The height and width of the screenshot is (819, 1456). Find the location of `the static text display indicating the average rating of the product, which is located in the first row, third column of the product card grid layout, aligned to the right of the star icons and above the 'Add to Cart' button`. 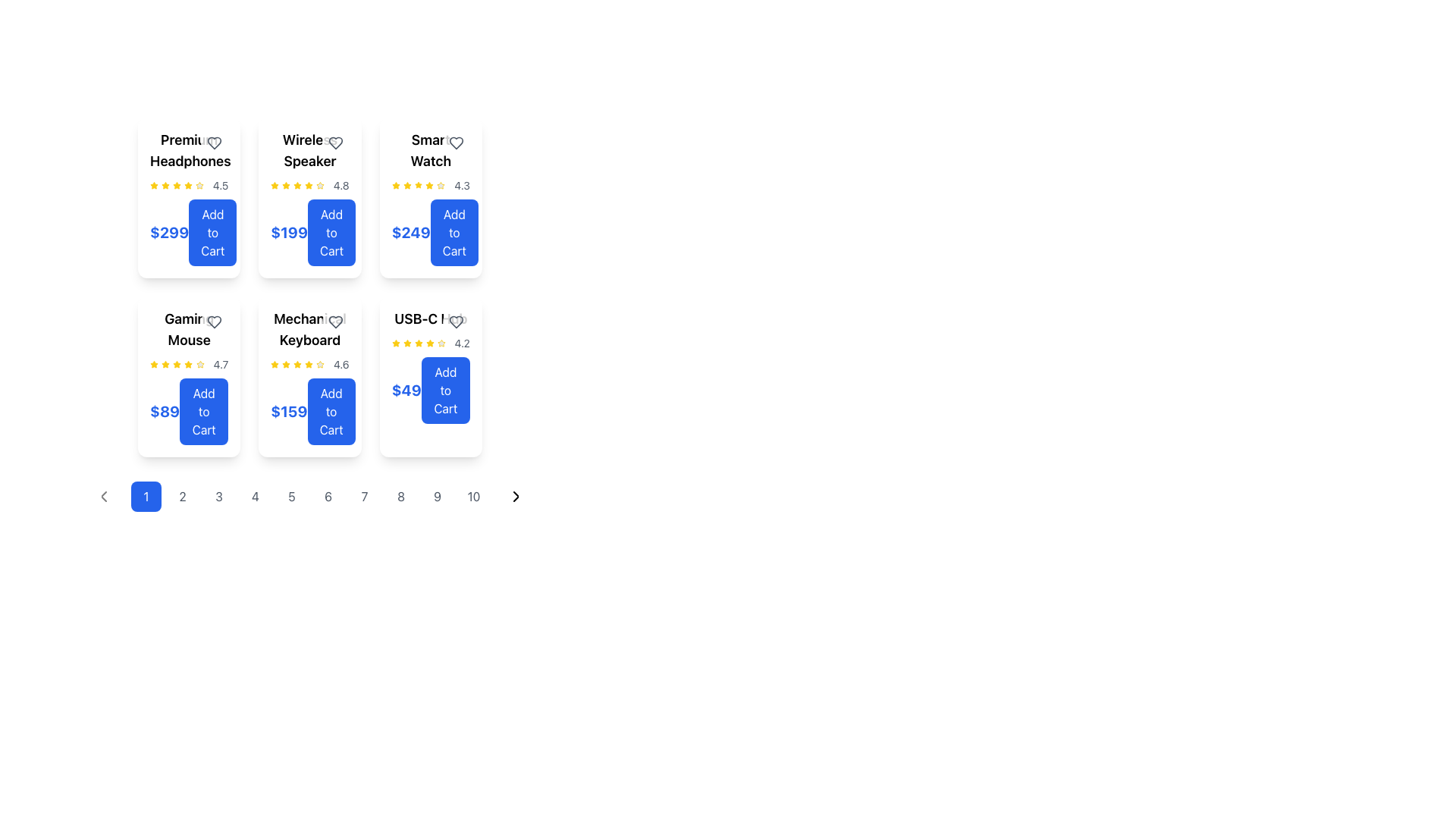

the static text display indicating the average rating of the product, which is located in the first row, third column of the product card grid layout, aligned to the right of the star icons and above the 'Add to Cart' button is located at coordinates (461, 185).